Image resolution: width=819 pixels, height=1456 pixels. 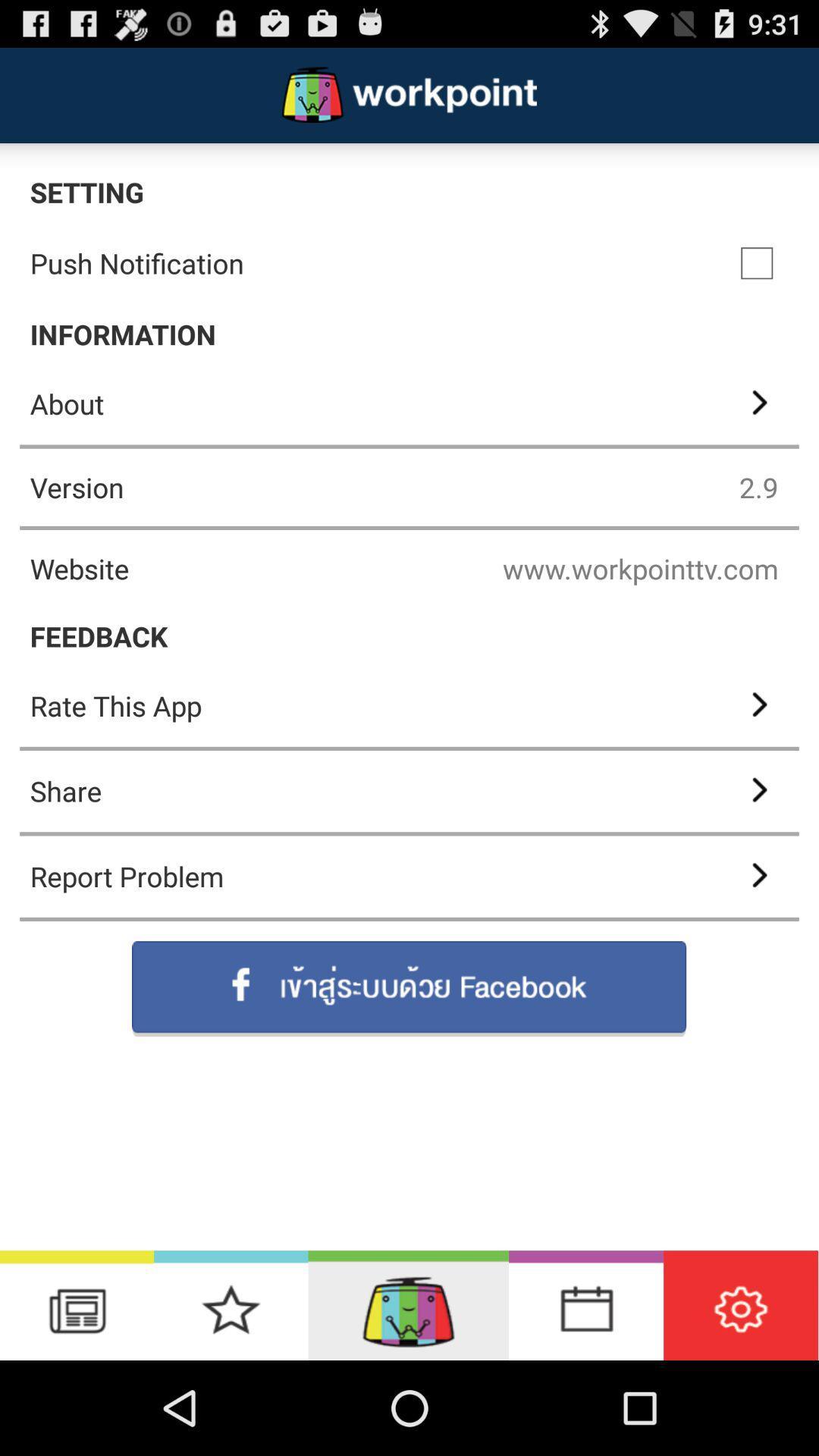 I want to click on news, so click(x=77, y=1304).